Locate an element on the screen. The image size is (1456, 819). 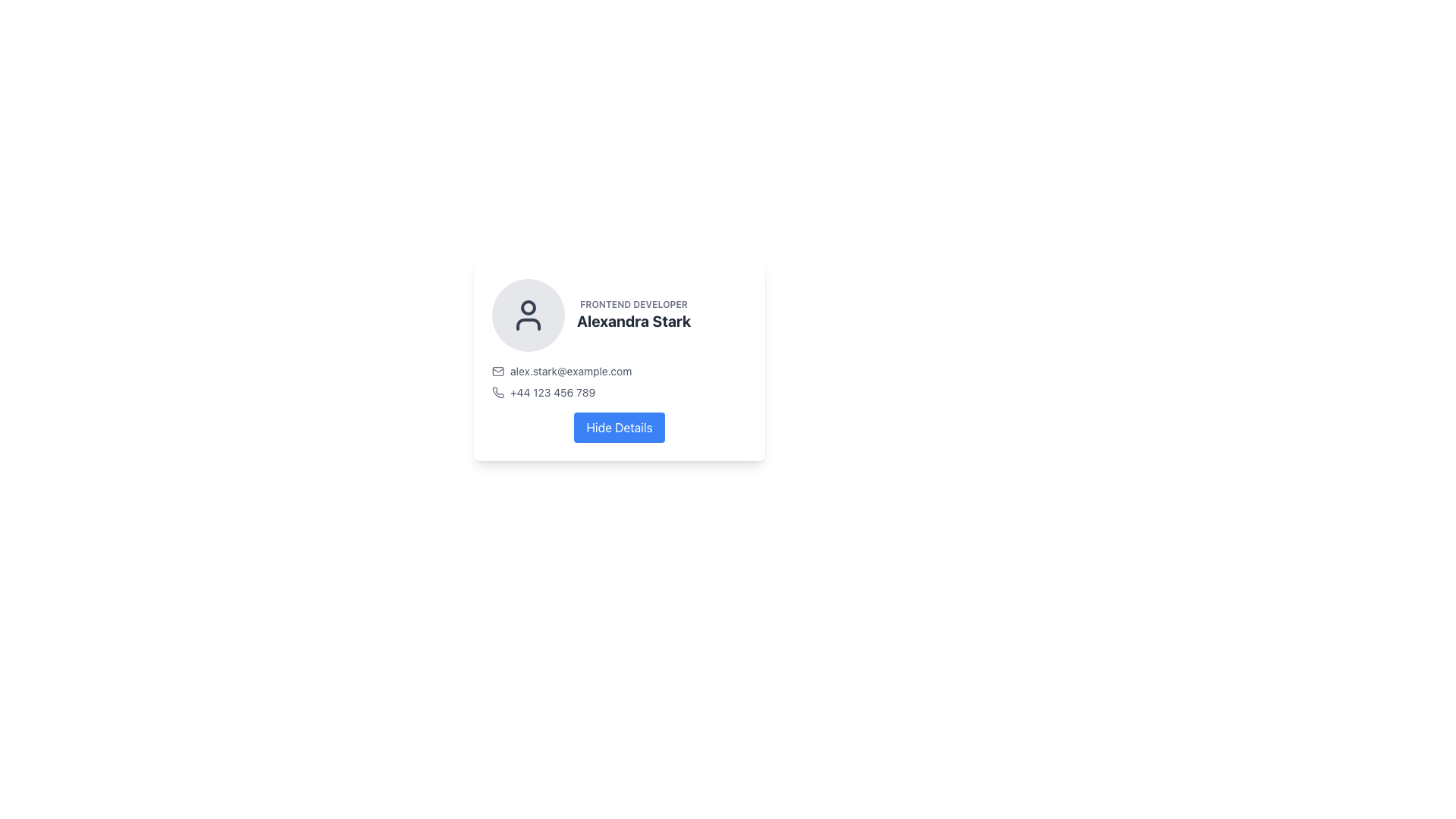
the circular graphical component that is part of the user profile icon, located at the top center of the icon on the left section of the user card interface is located at coordinates (528, 307).